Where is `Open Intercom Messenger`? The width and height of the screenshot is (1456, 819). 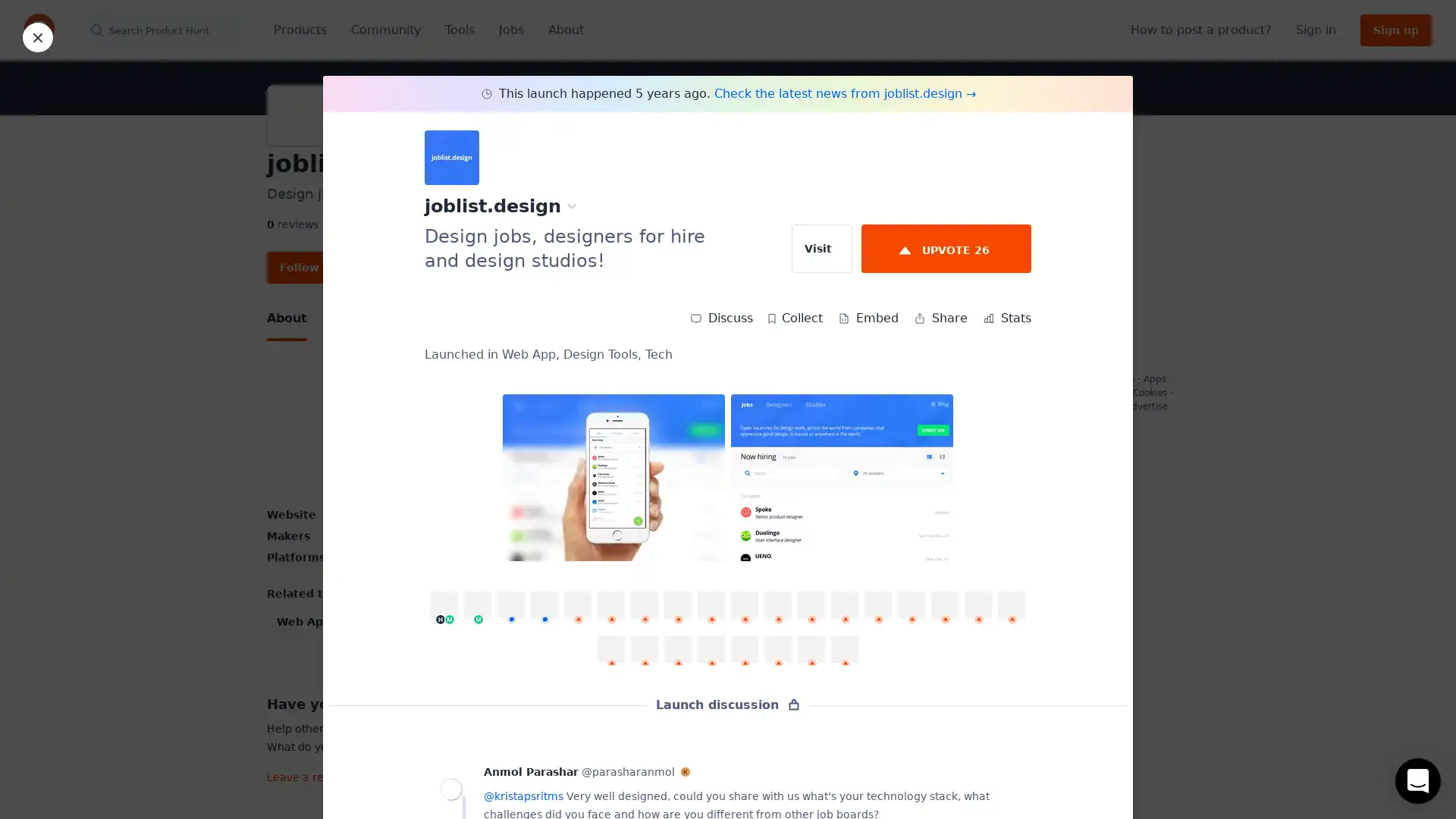 Open Intercom Messenger is located at coordinates (1417, 780).